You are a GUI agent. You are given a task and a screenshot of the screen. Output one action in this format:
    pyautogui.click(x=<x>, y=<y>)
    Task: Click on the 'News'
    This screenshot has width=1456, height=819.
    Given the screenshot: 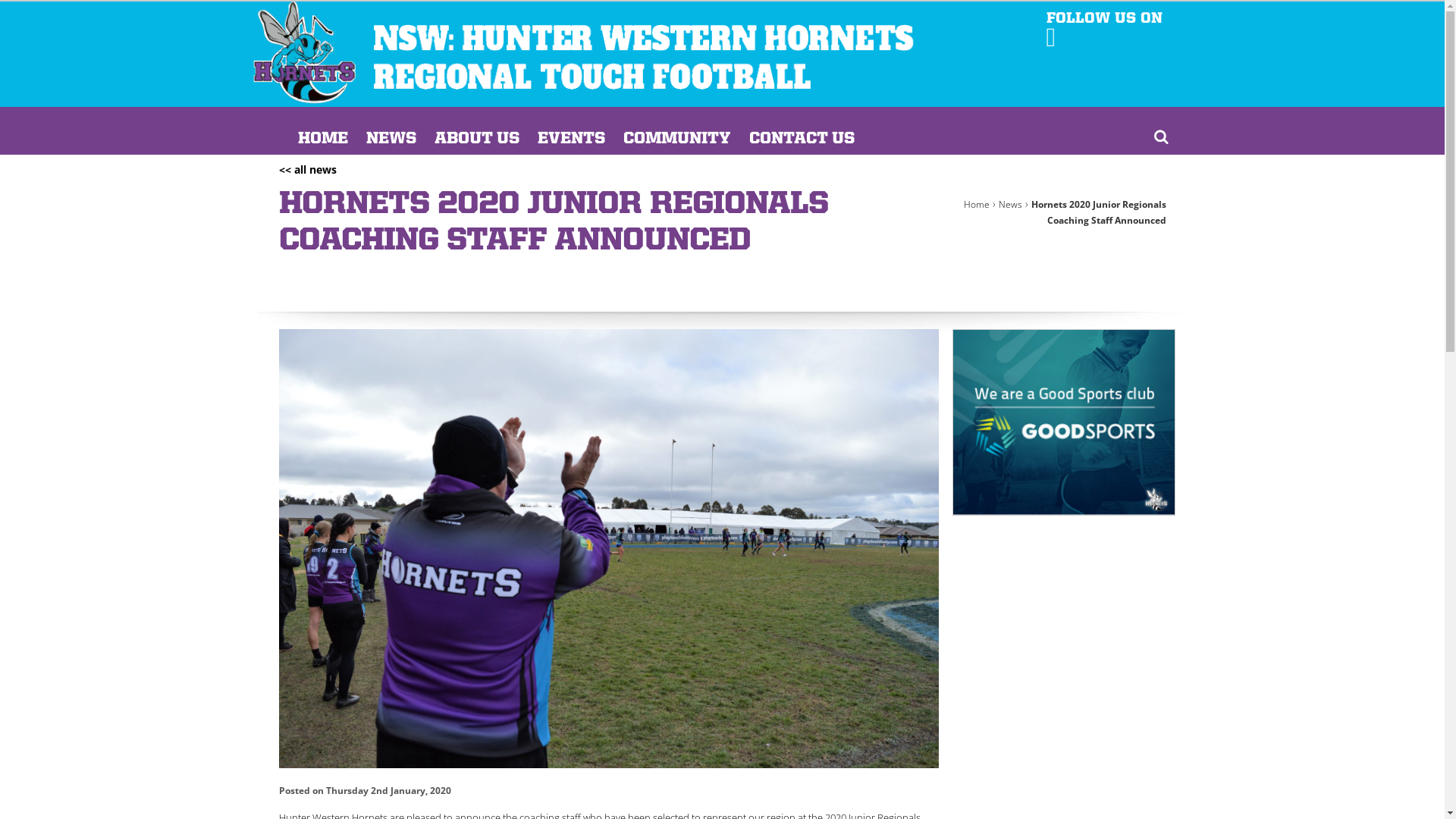 What is the action you would take?
    pyautogui.click(x=1009, y=203)
    